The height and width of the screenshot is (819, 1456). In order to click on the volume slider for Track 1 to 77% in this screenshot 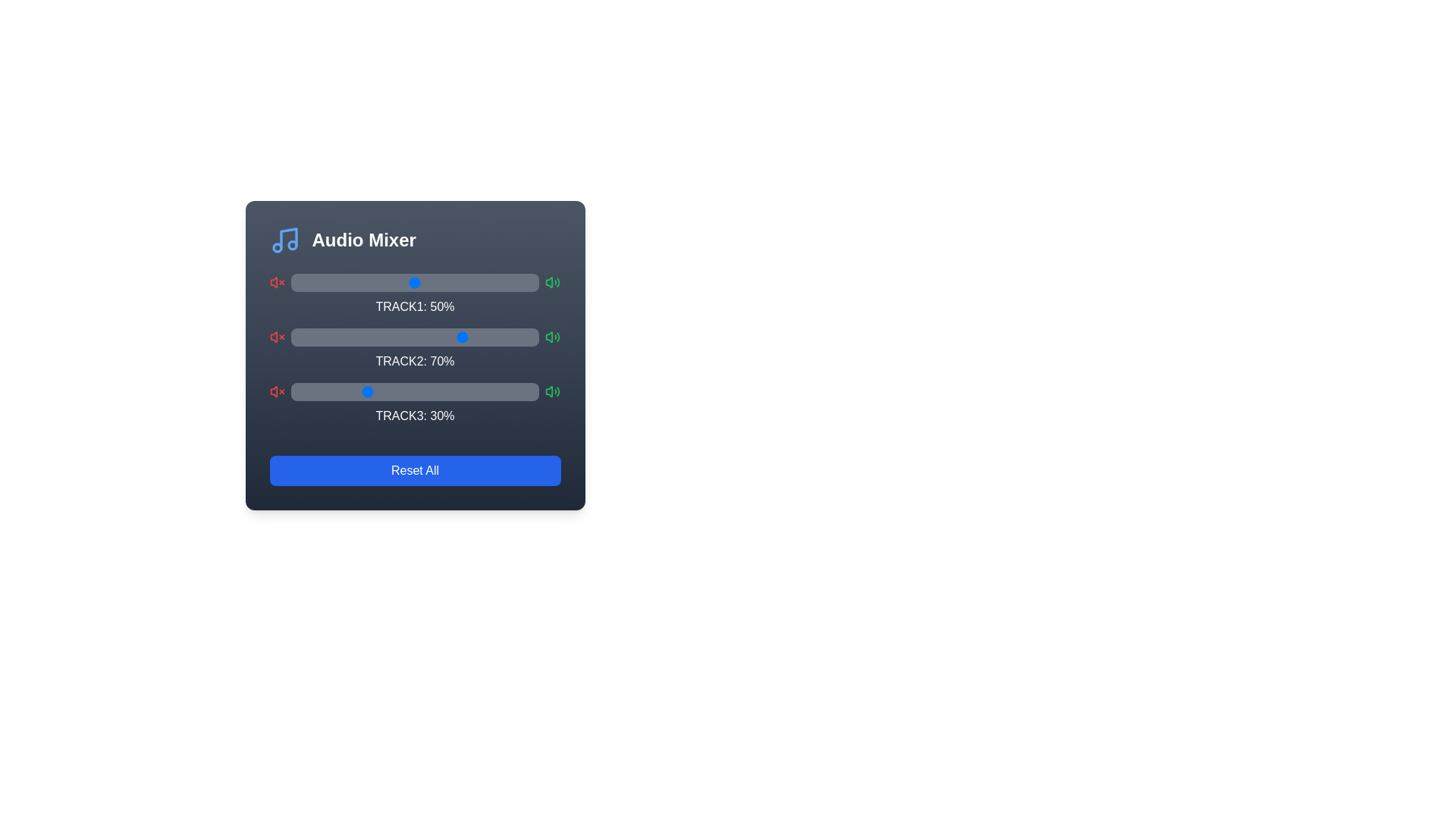, I will do `click(481, 283)`.